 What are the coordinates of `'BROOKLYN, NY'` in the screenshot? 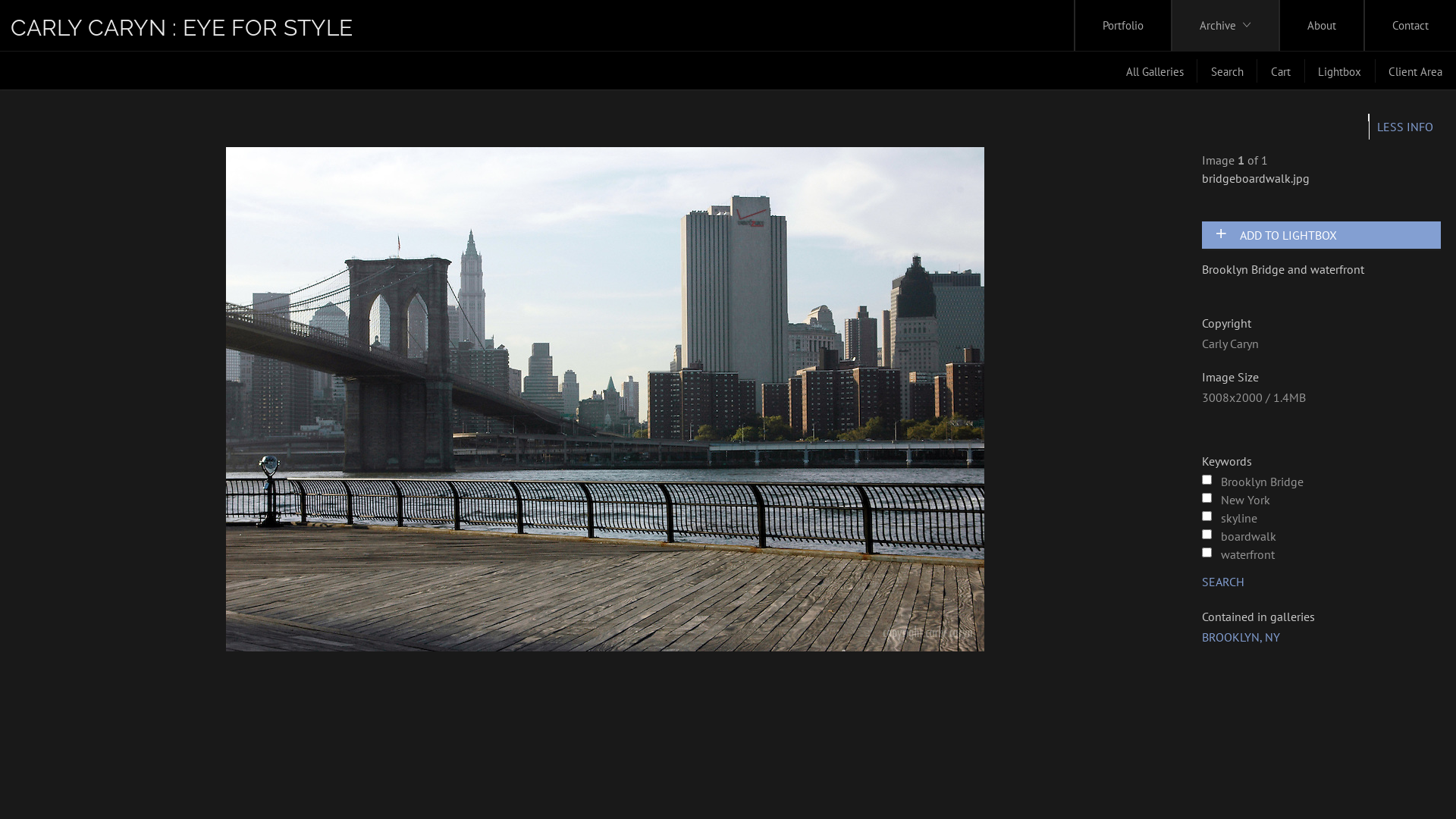 It's located at (1241, 637).